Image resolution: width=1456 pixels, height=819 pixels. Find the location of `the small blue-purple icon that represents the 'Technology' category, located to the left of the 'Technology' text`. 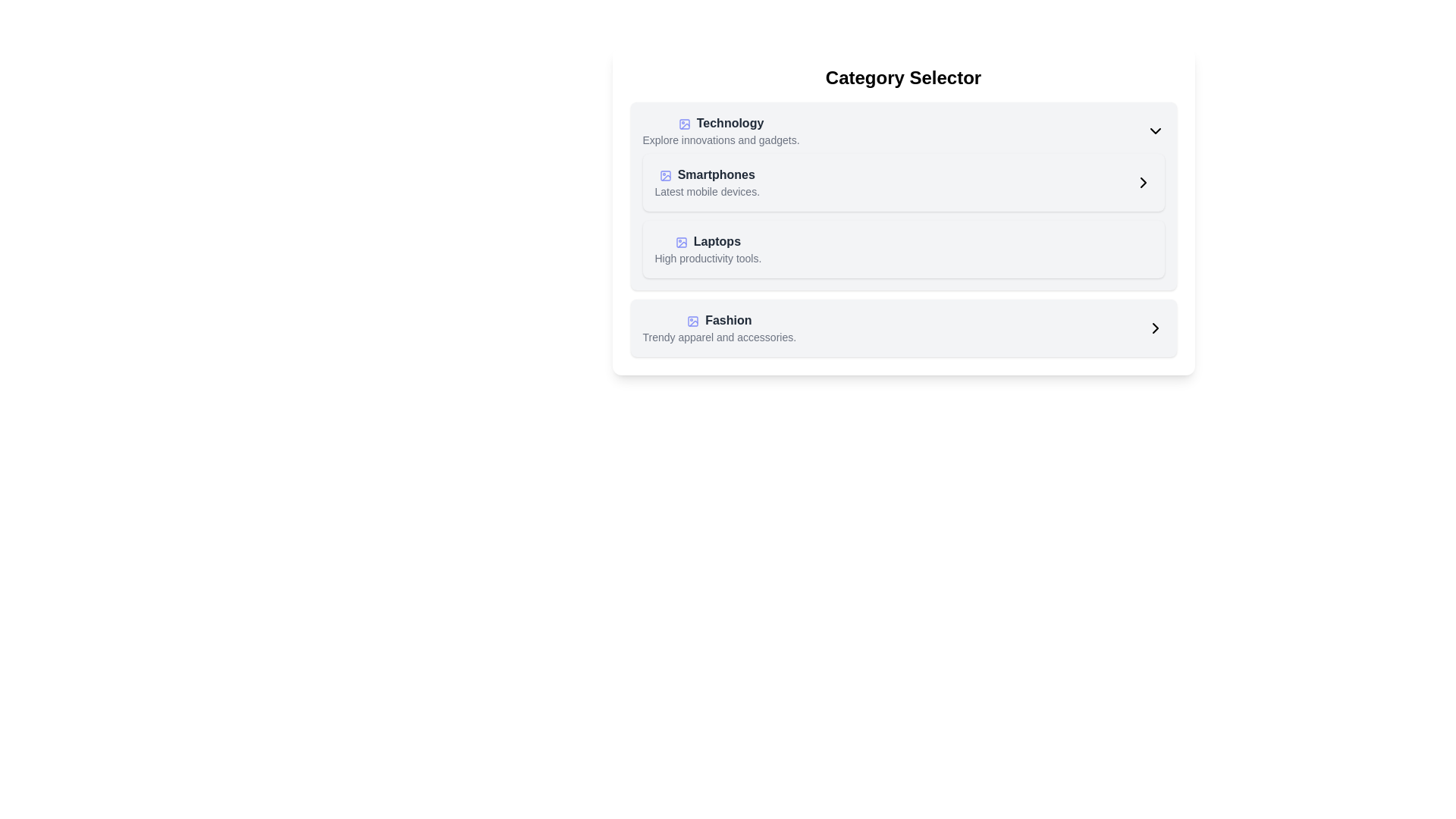

the small blue-purple icon that represents the 'Technology' category, located to the left of the 'Technology' text is located at coordinates (683, 123).